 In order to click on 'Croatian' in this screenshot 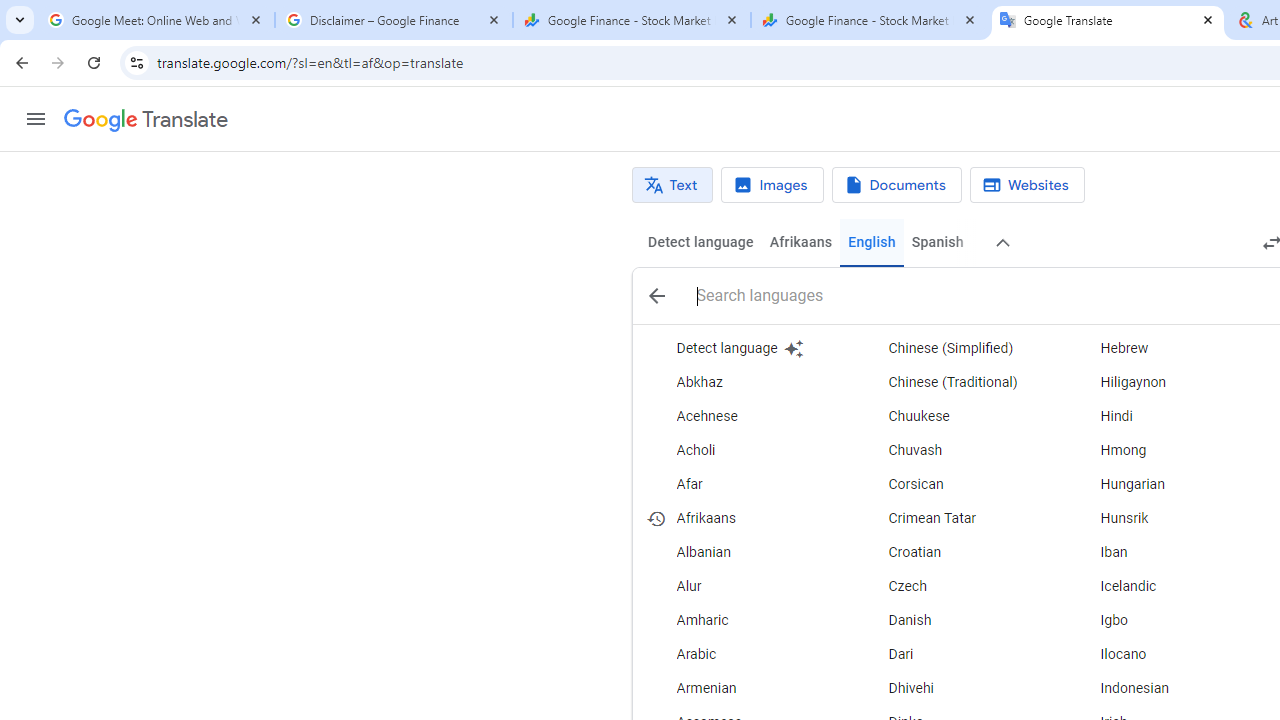, I will do `click(956, 552)`.